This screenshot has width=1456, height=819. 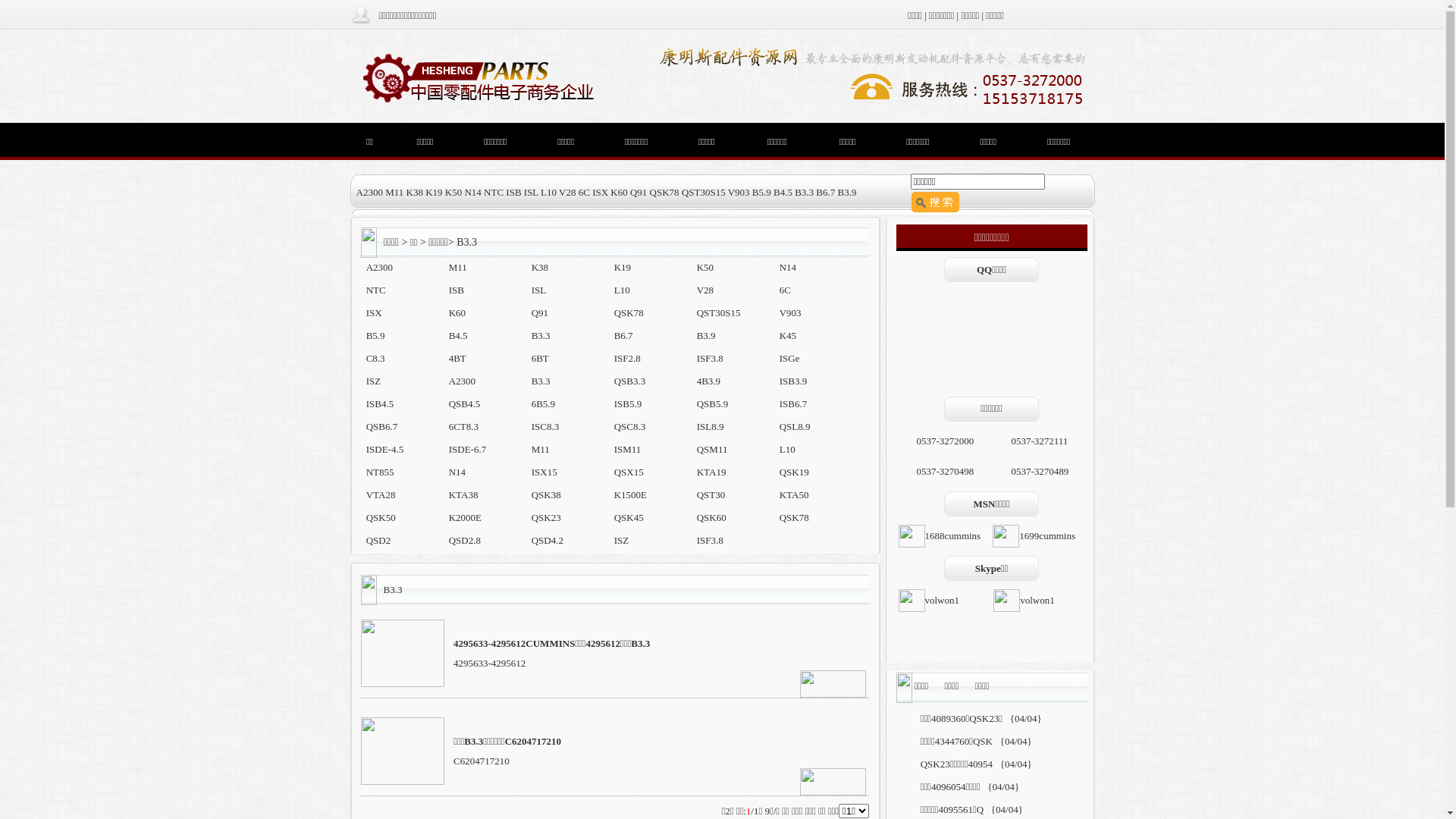 I want to click on 'M11', so click(x=457, y=266).